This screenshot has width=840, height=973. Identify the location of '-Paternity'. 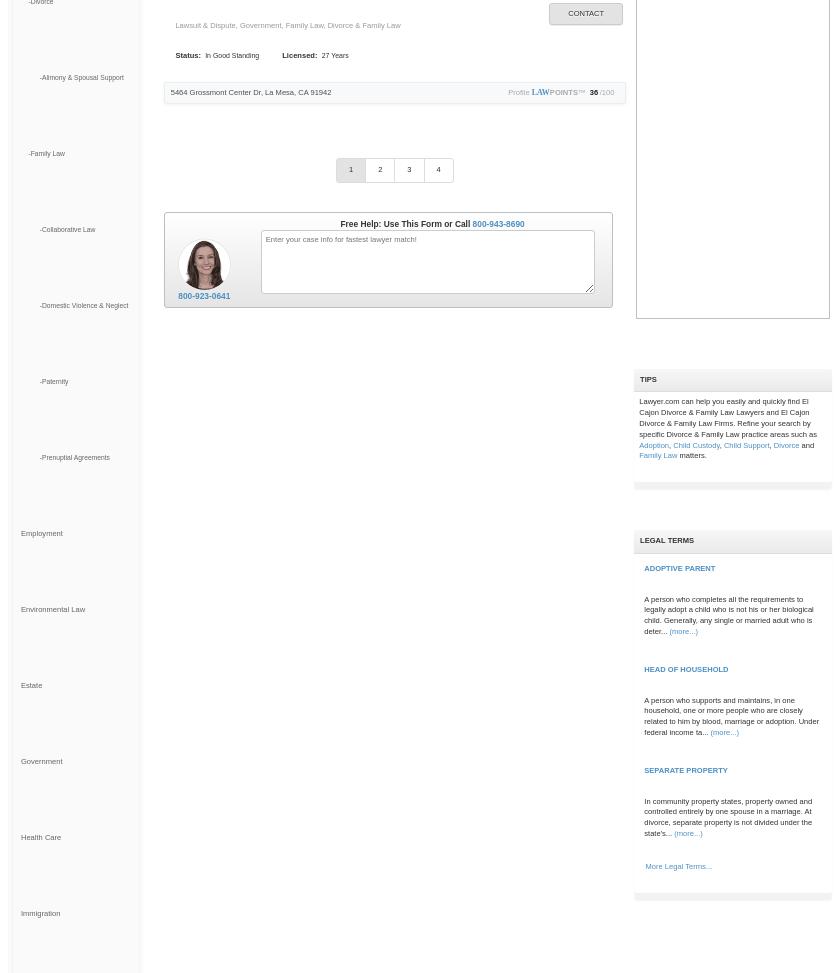
(47, 379).